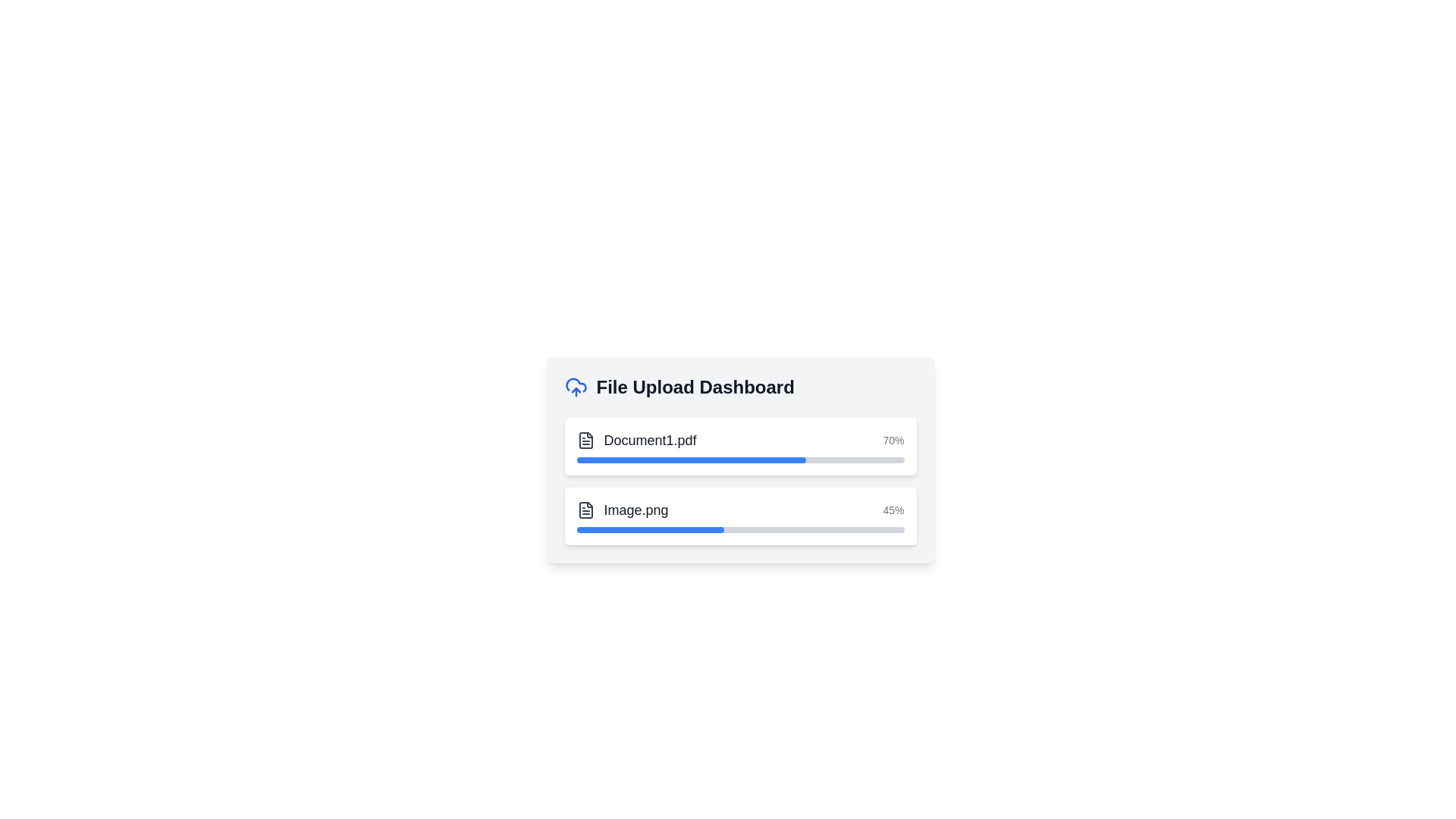 Image resolution: width=1456 pixels, height=819 pixels. What do you see at coordinates (575, 386) in the screenshot?
I see `the cloud upload icon with a blue stroke located to the left of the 'File Upload Dashboard' text in the header of the dashboard interface` at bounding box center [575, 386].